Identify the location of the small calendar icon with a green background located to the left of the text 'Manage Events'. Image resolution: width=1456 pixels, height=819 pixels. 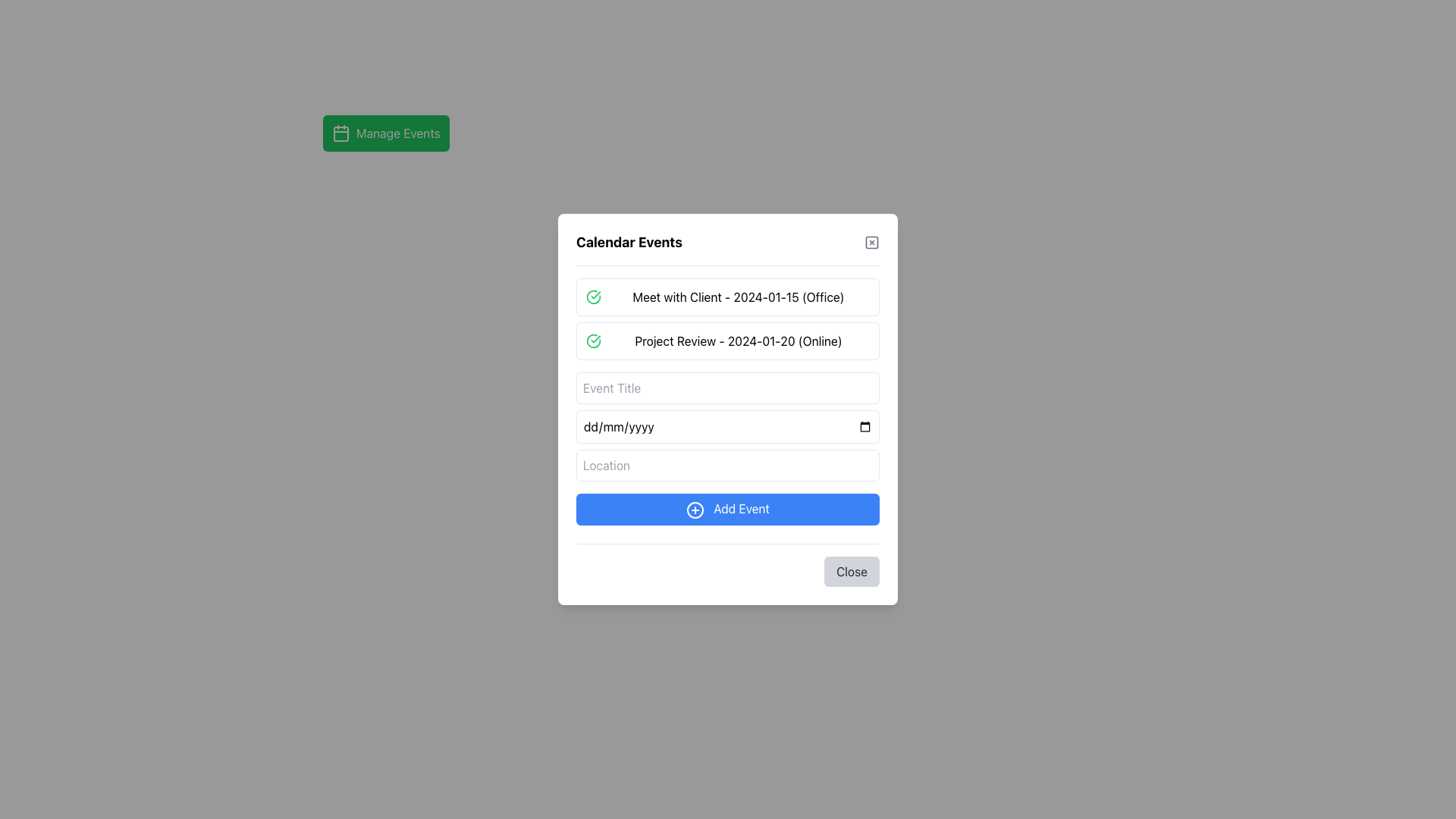
(340, 133).